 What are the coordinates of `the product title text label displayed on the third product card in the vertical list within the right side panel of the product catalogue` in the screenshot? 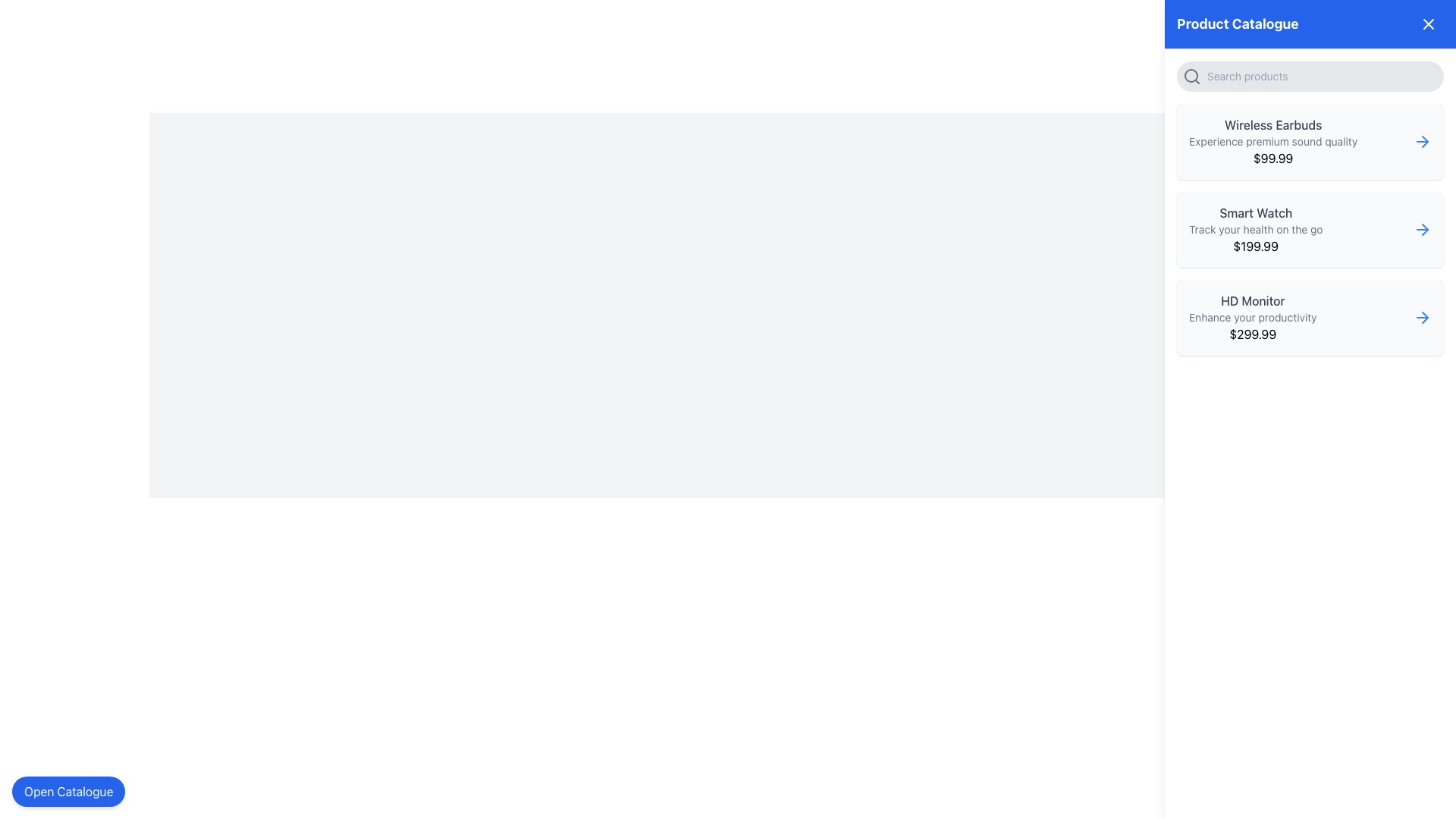 It's located at (1253, 301).